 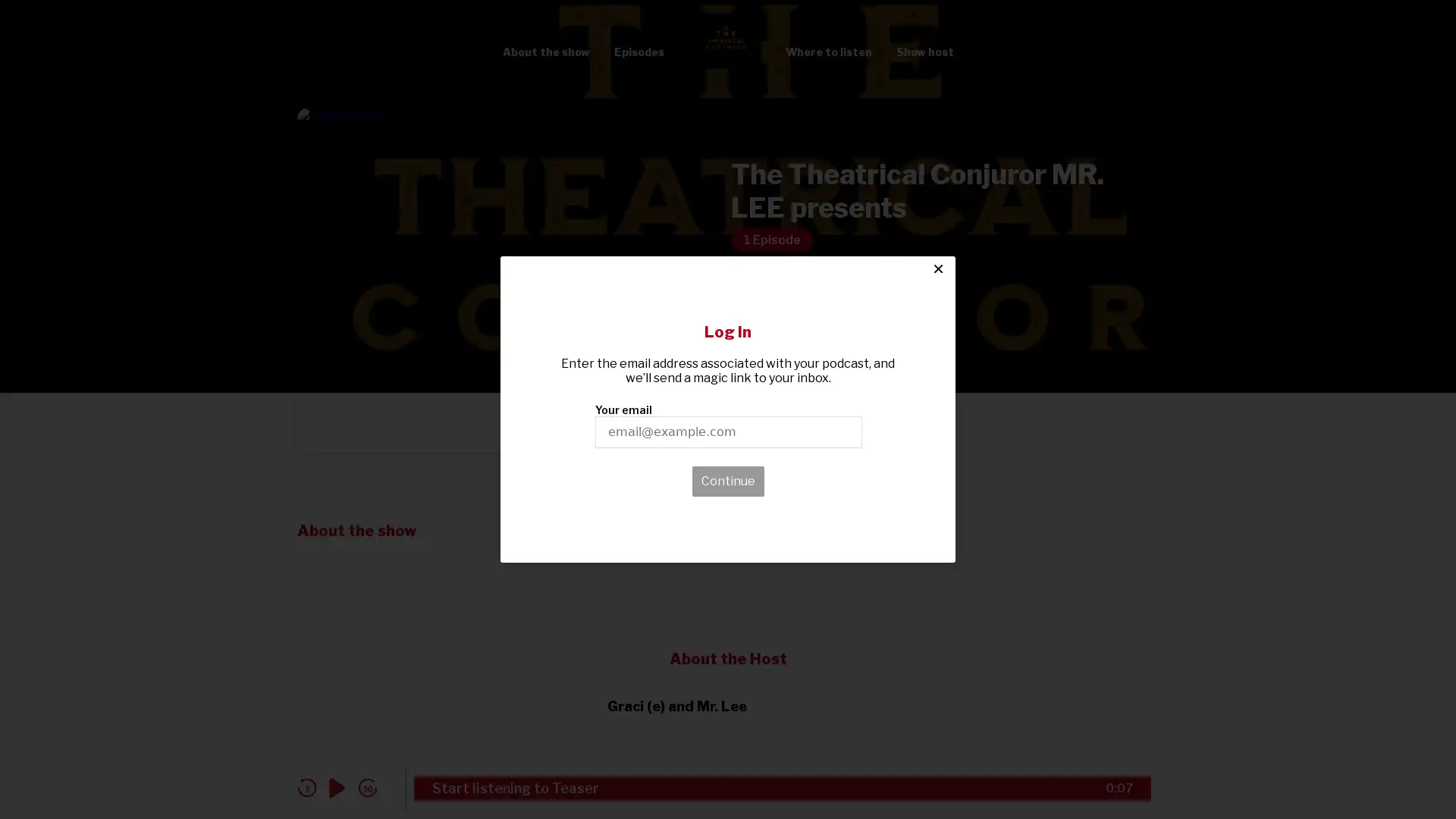 What do you see at coordinates (337, 787) in the screenshot?
I see `play audio` at bounding box center [337, 787].